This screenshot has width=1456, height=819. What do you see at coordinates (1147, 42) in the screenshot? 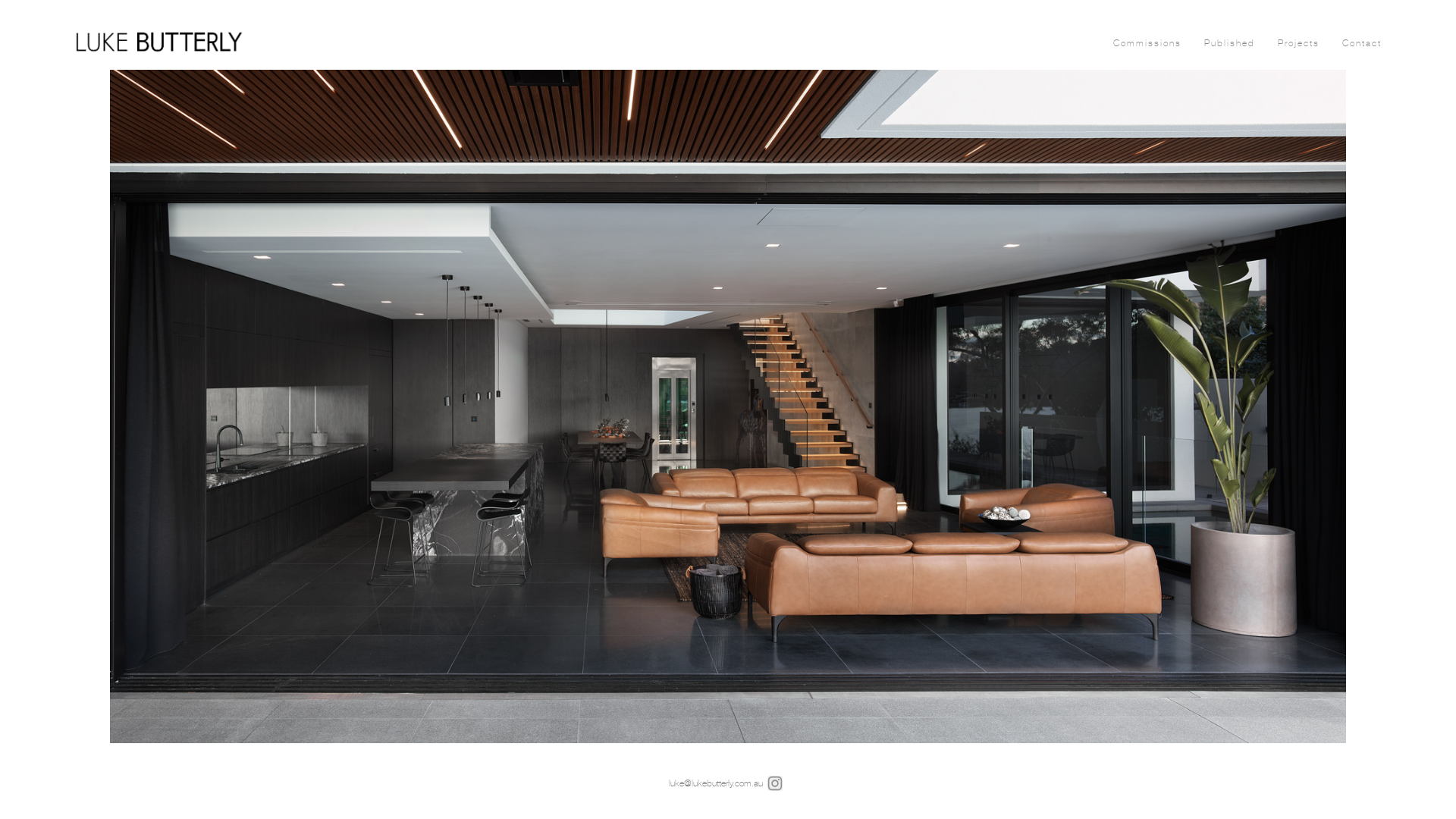
I see `'Commissions'` at bounding box center [1147, 42].